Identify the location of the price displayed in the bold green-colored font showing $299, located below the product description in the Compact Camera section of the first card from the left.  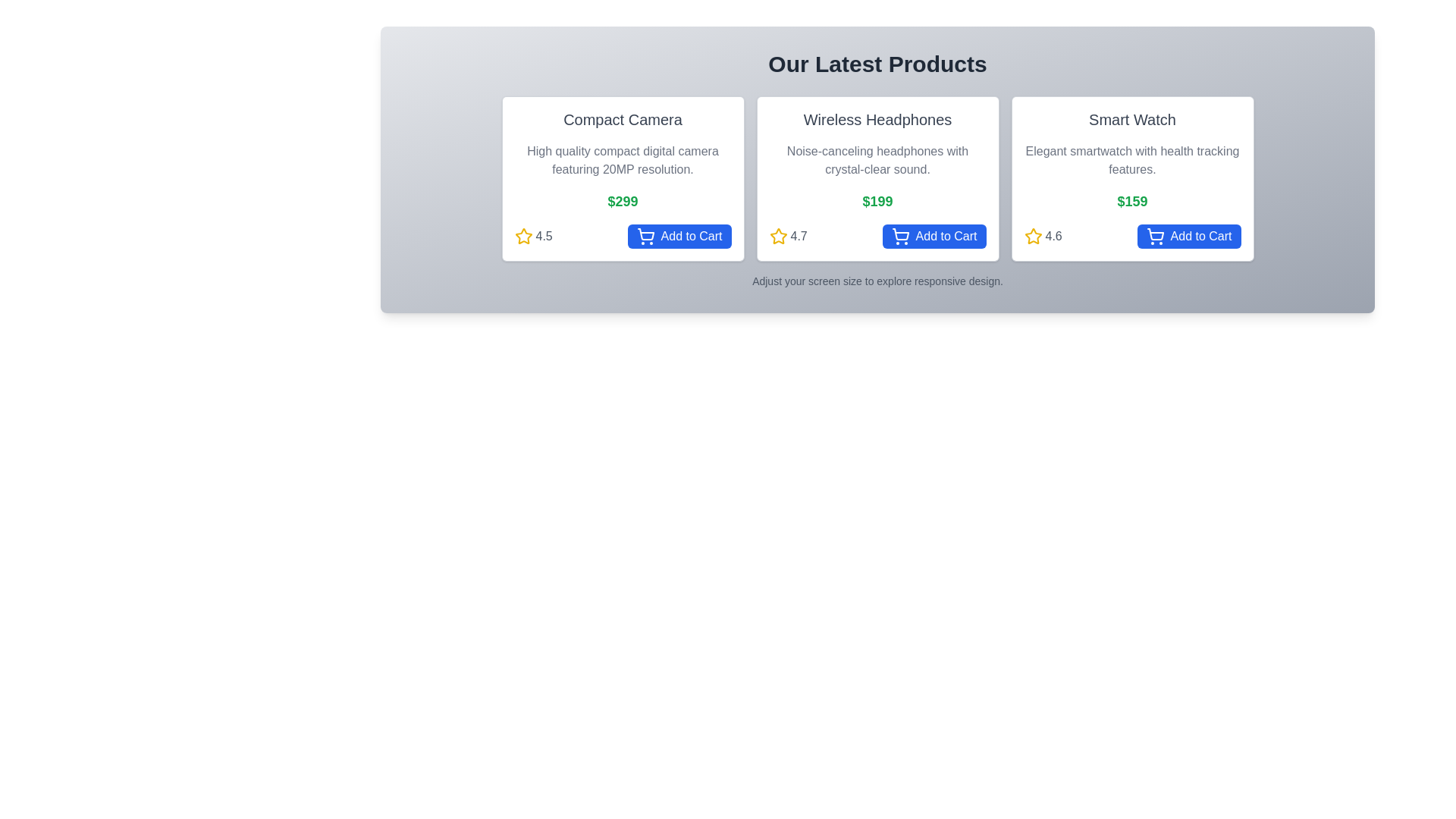
(623, 201).